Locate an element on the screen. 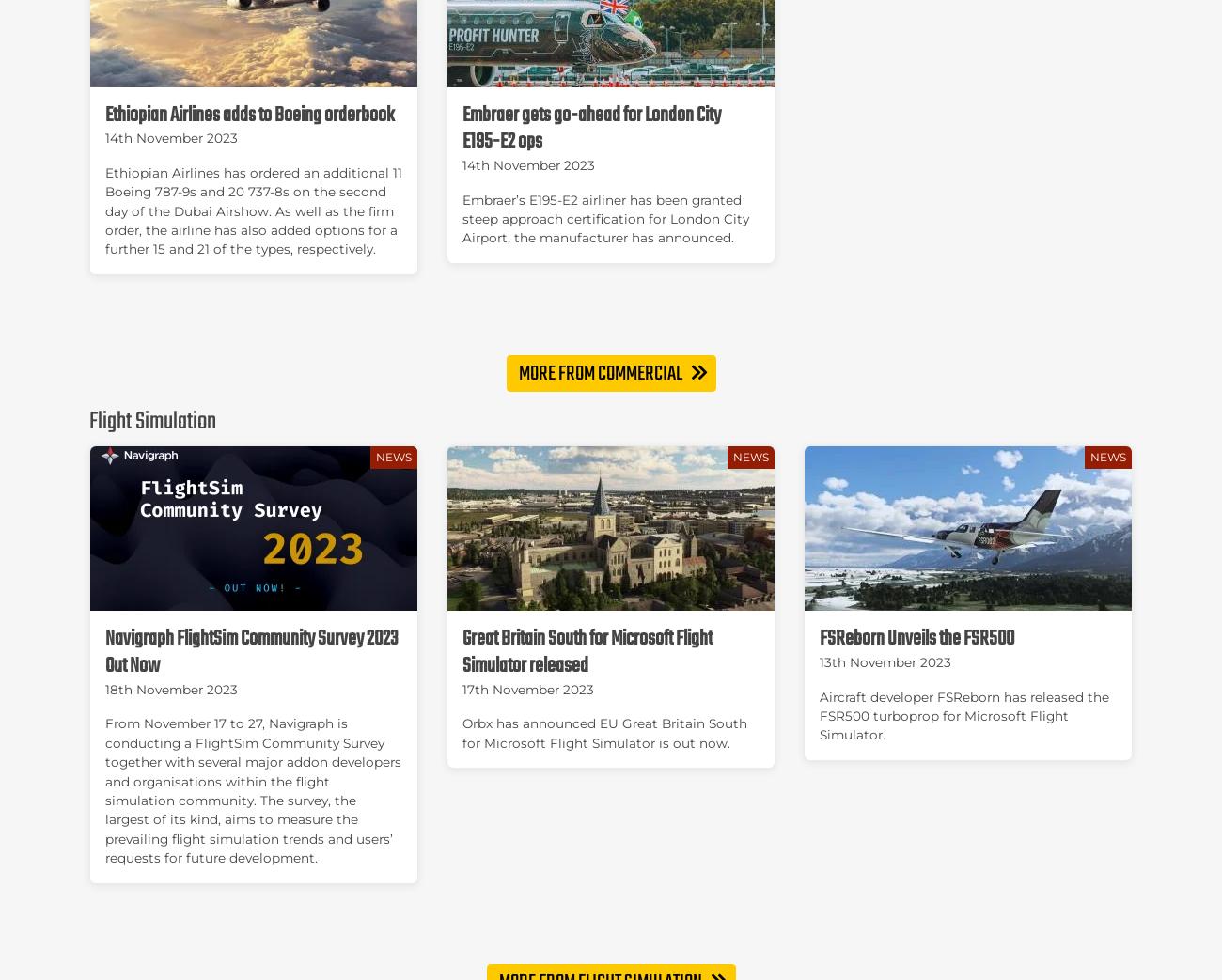 This screenshot has width=1222, height=980. 'Flight Simulation' is located at coordinates (151, 420).